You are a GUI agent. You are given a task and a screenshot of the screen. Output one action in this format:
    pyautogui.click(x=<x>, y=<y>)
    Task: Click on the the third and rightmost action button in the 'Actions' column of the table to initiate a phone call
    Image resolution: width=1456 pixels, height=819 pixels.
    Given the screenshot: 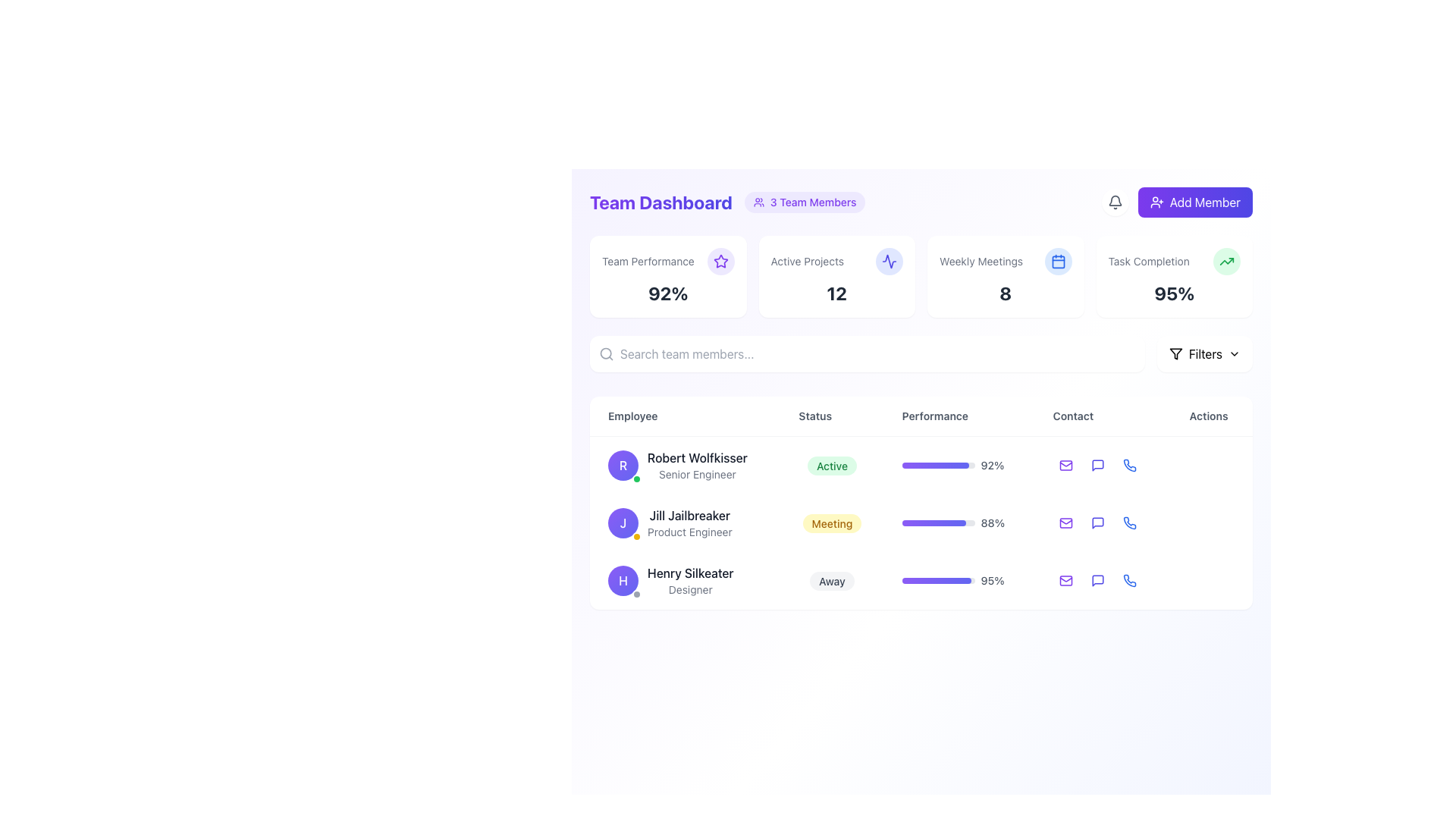 What is the action you would take?
    pyautogui.click(x=1129, y=464)
    